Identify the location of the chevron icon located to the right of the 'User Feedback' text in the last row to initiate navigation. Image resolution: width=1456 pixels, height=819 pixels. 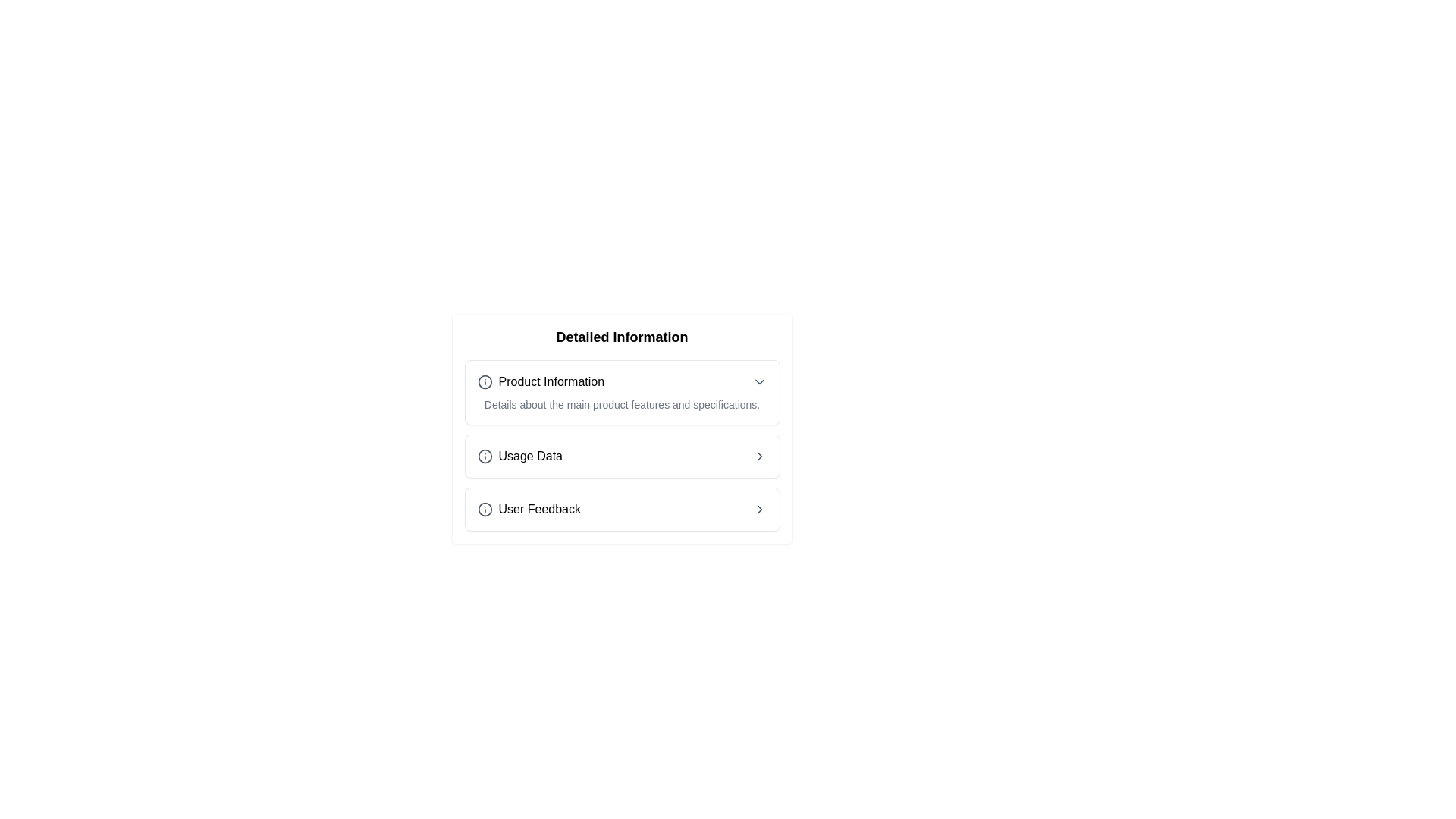
(759, 509).